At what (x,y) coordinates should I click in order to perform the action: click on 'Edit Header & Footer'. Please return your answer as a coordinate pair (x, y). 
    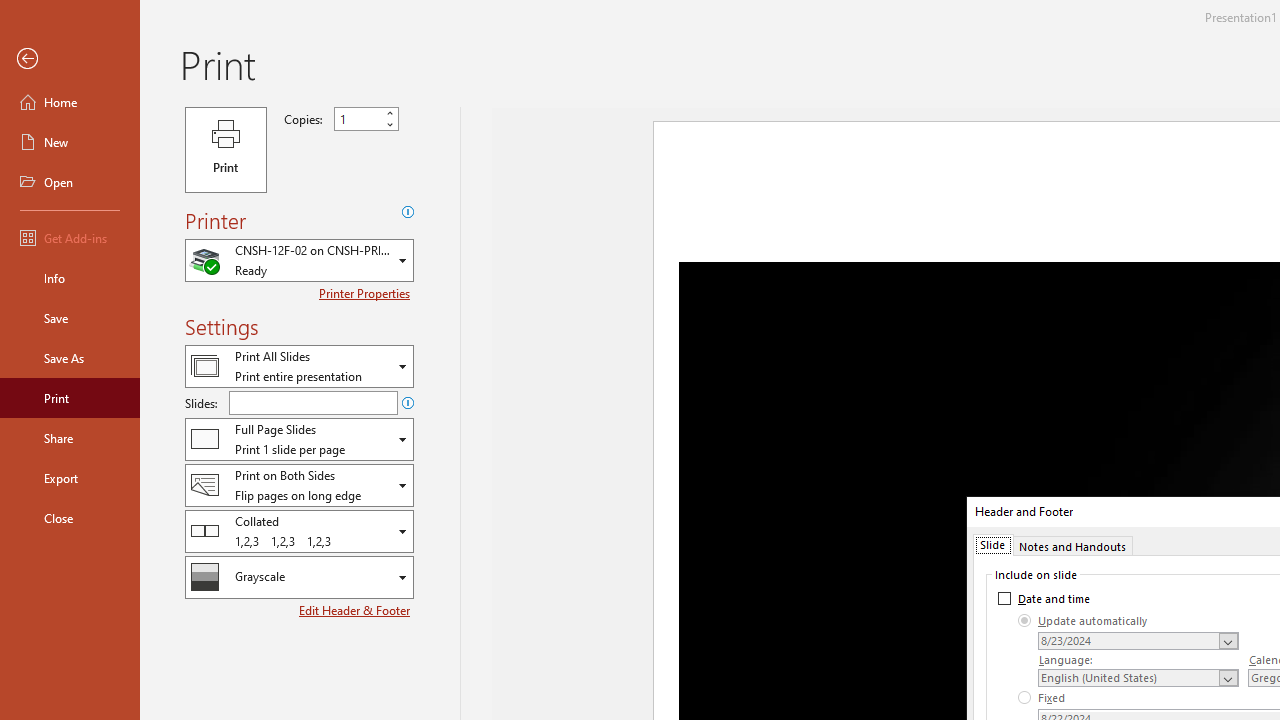
    Looking at the image, I should click on (356, 609).